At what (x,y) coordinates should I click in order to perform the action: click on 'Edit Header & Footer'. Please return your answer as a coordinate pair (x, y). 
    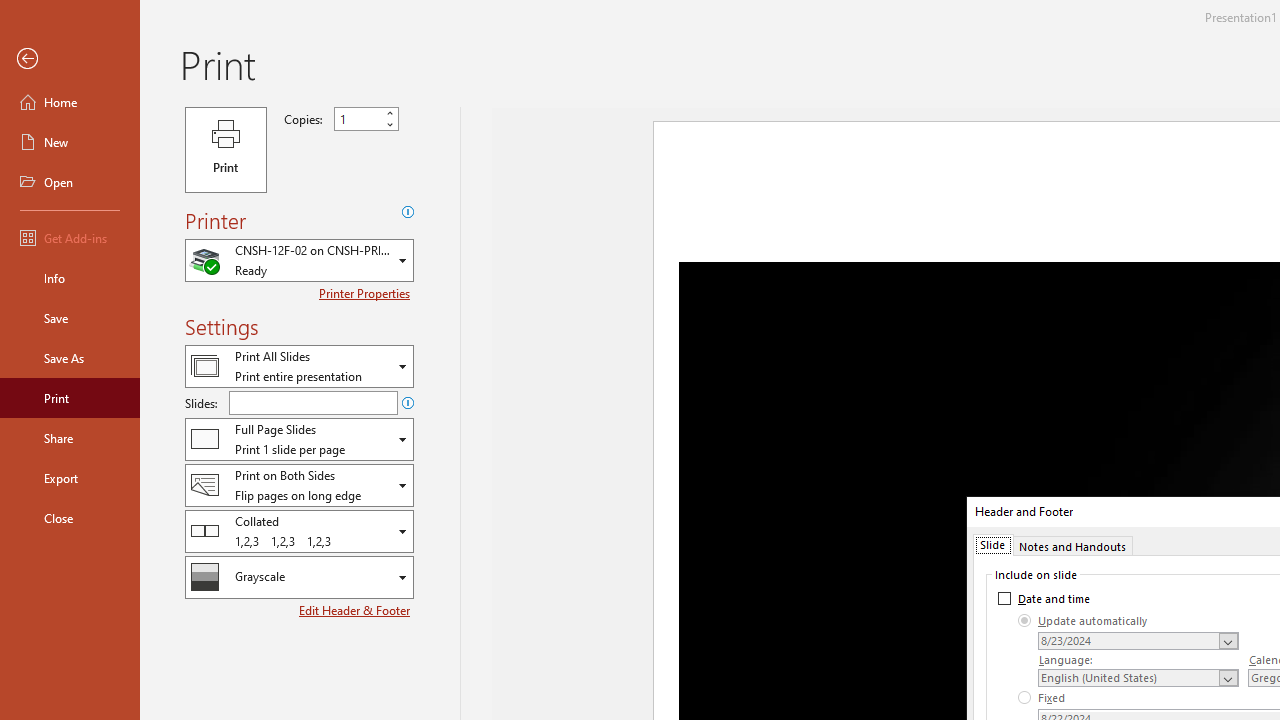
    Looking at the image, I should click on (356, 609).